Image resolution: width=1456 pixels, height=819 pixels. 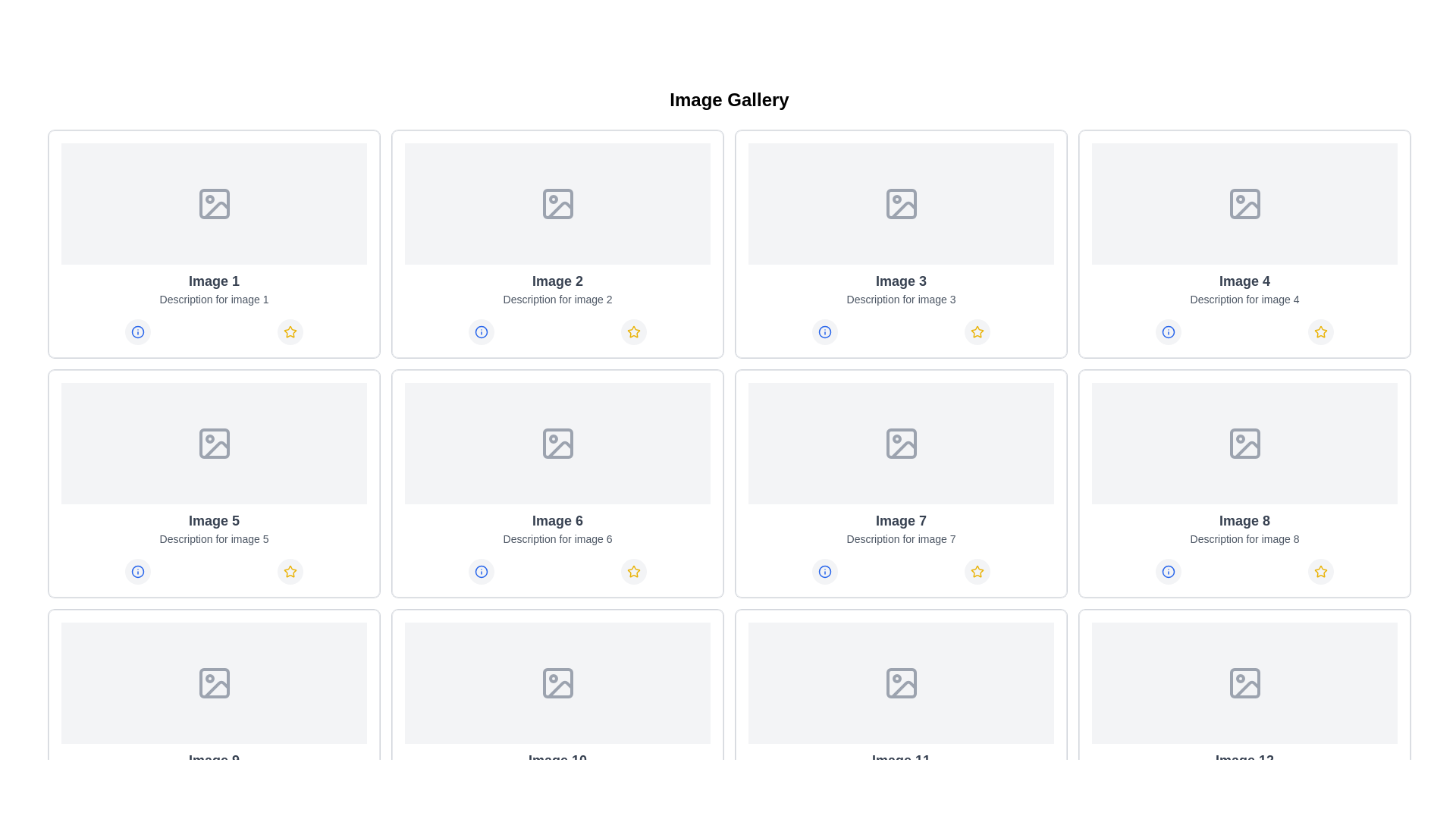 I want to click on the star-shaped yellow icon on a light gray circular background, located in the bottom-right corner of the eighth image in the 'Image Gallery', so click(x=1320, y=571).